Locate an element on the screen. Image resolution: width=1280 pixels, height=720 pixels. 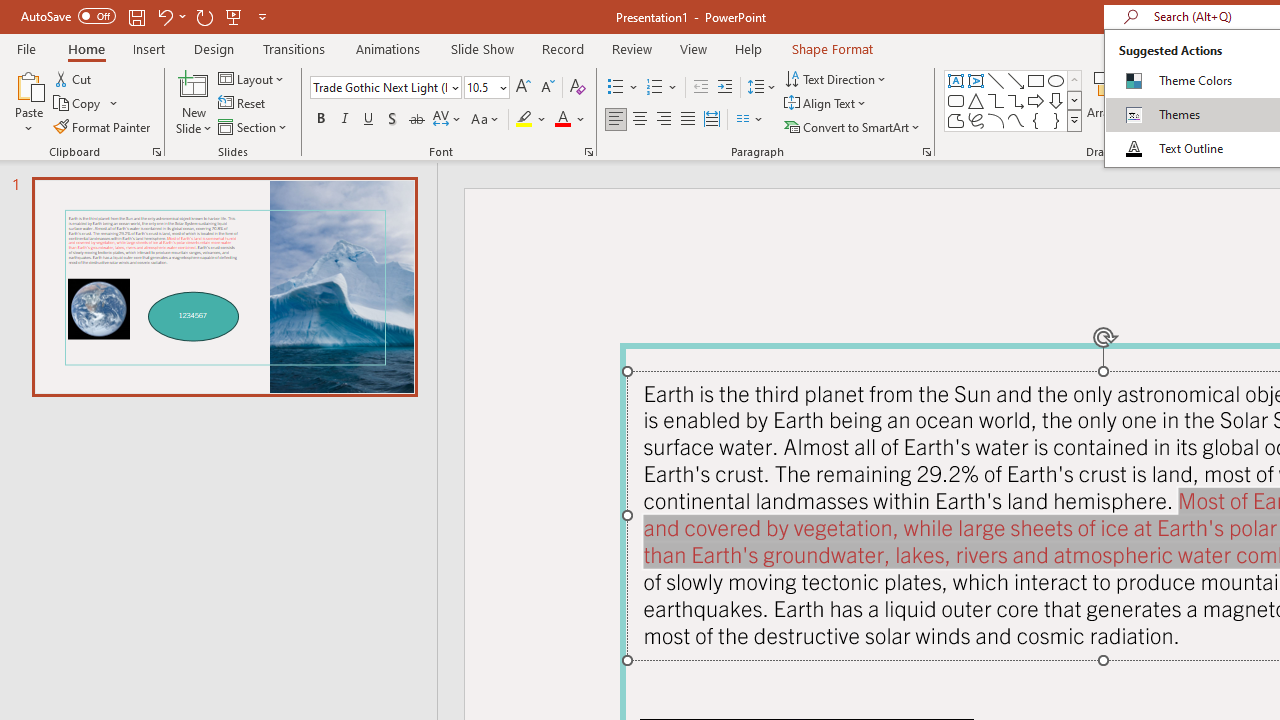
'Shape Format' is located at coordinates (832, 48).